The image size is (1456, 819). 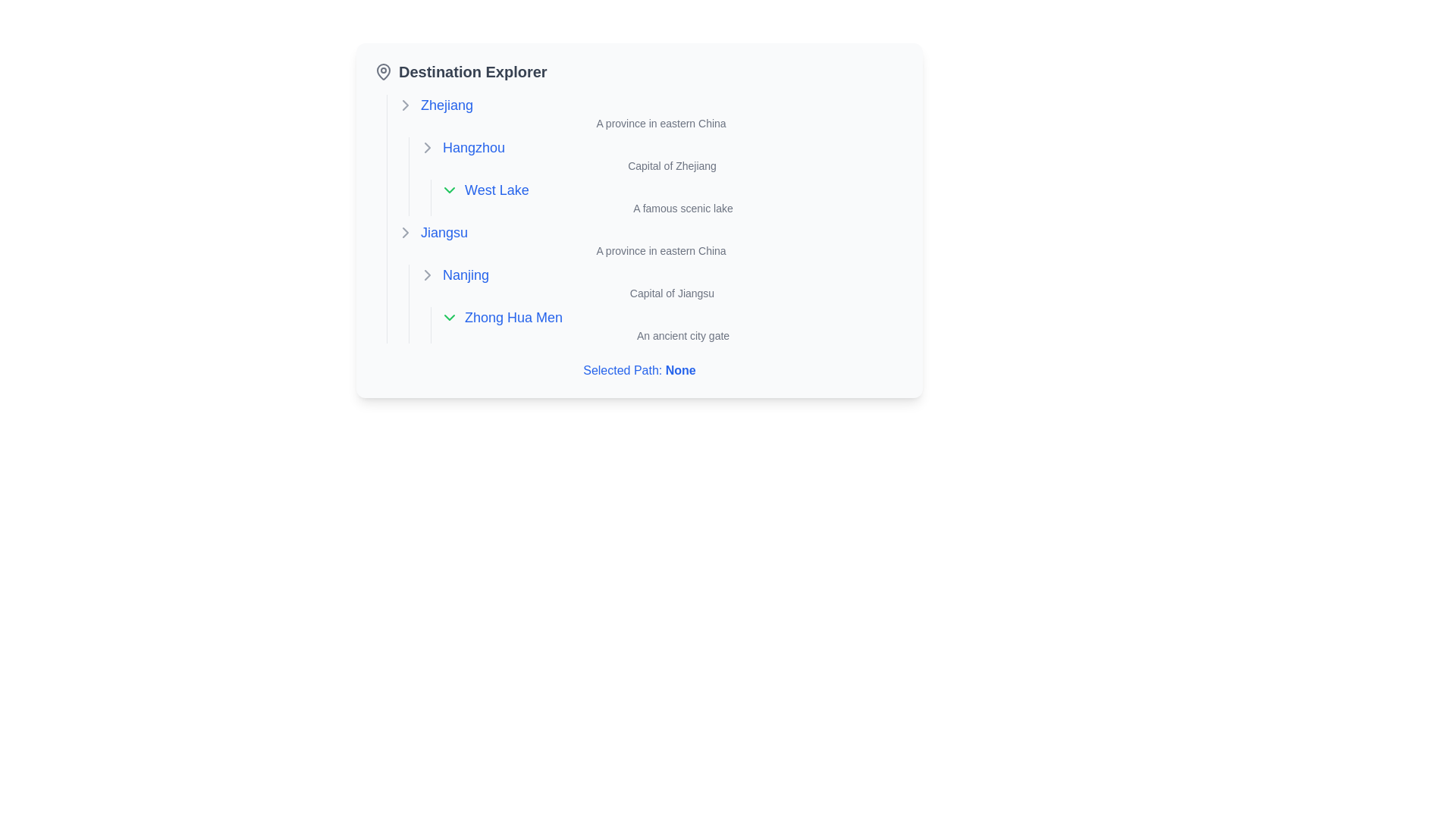 What do you see at coordinates (639, 72) in the screenshot?
I see `the header displaying 'Destination Explorer' with a location pin icon by moving the cursor to its center point` at bounding box center [639, 72].